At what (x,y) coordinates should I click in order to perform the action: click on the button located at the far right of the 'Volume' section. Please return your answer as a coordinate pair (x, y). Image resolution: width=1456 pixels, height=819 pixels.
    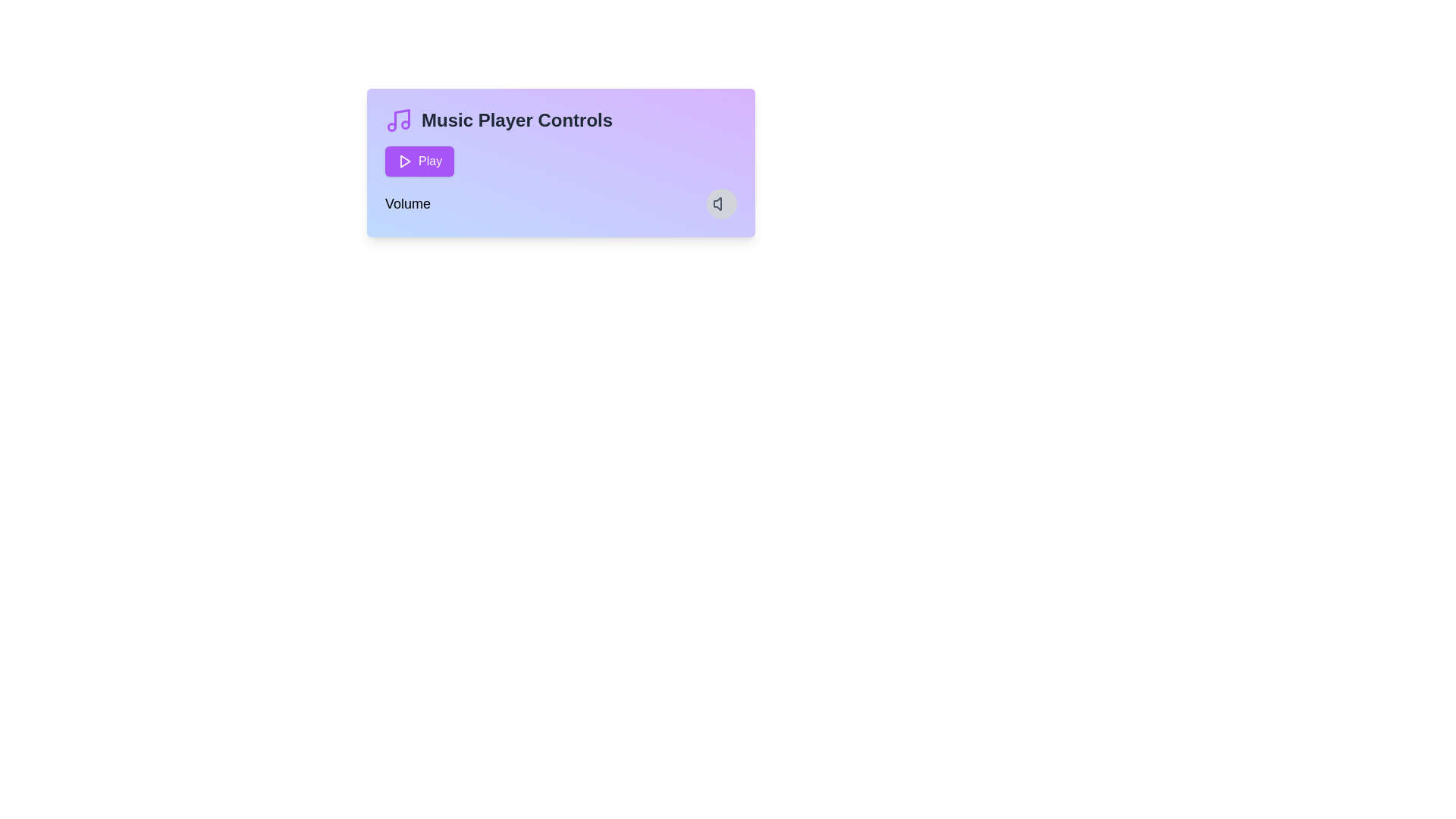
    Looking at the image, I should click on (720, 203).